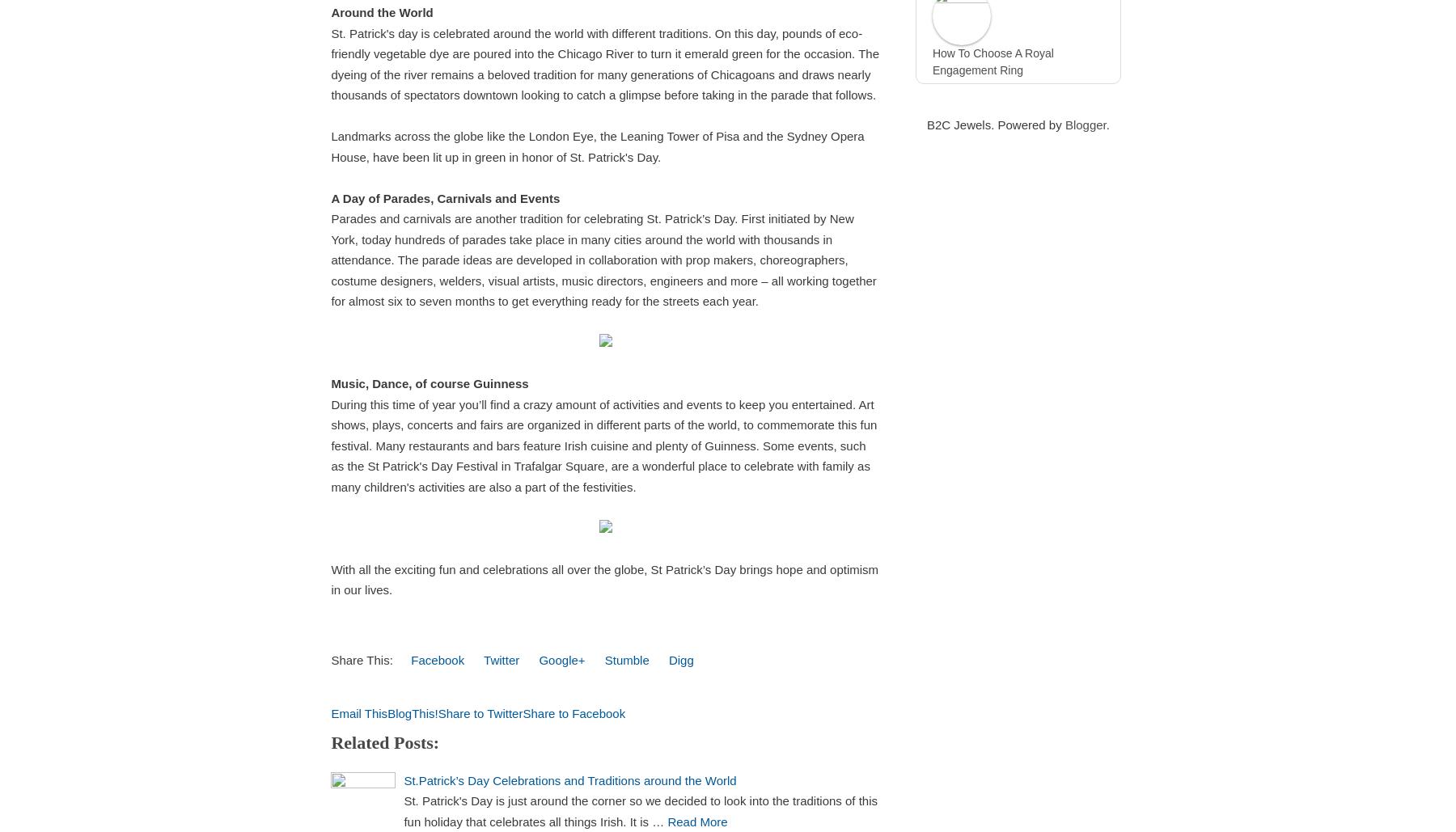 Image resolution: width=1456 pixels, height=832 pixels. What do you see at coordinates (429, 383) in the screenshot?
I see `'Music, Dance, of course Guinness'` at bounding box center [429, 383].